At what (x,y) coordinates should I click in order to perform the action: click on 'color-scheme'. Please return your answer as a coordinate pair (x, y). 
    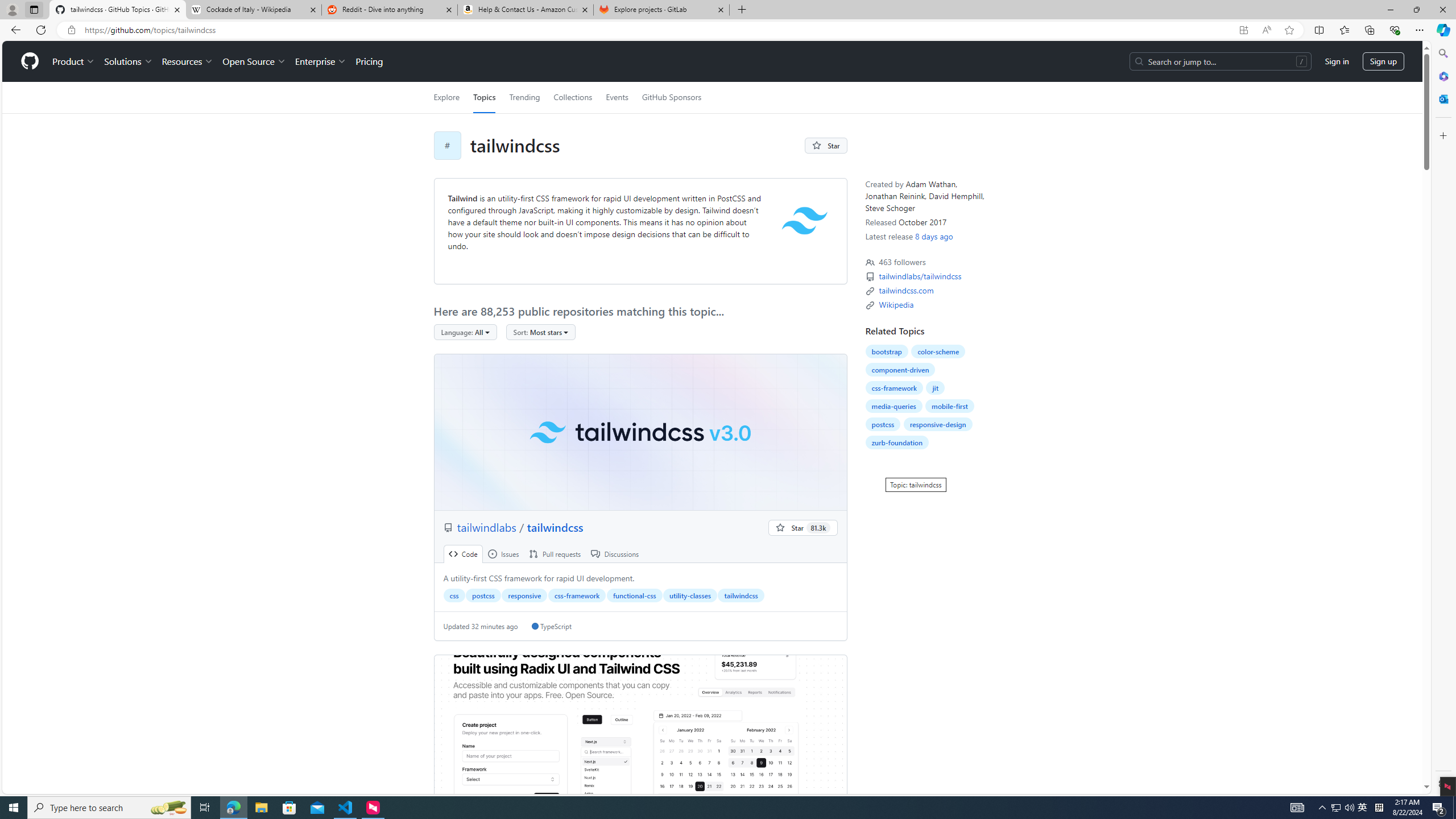
    Looking at the image, I should click on (937, 351).